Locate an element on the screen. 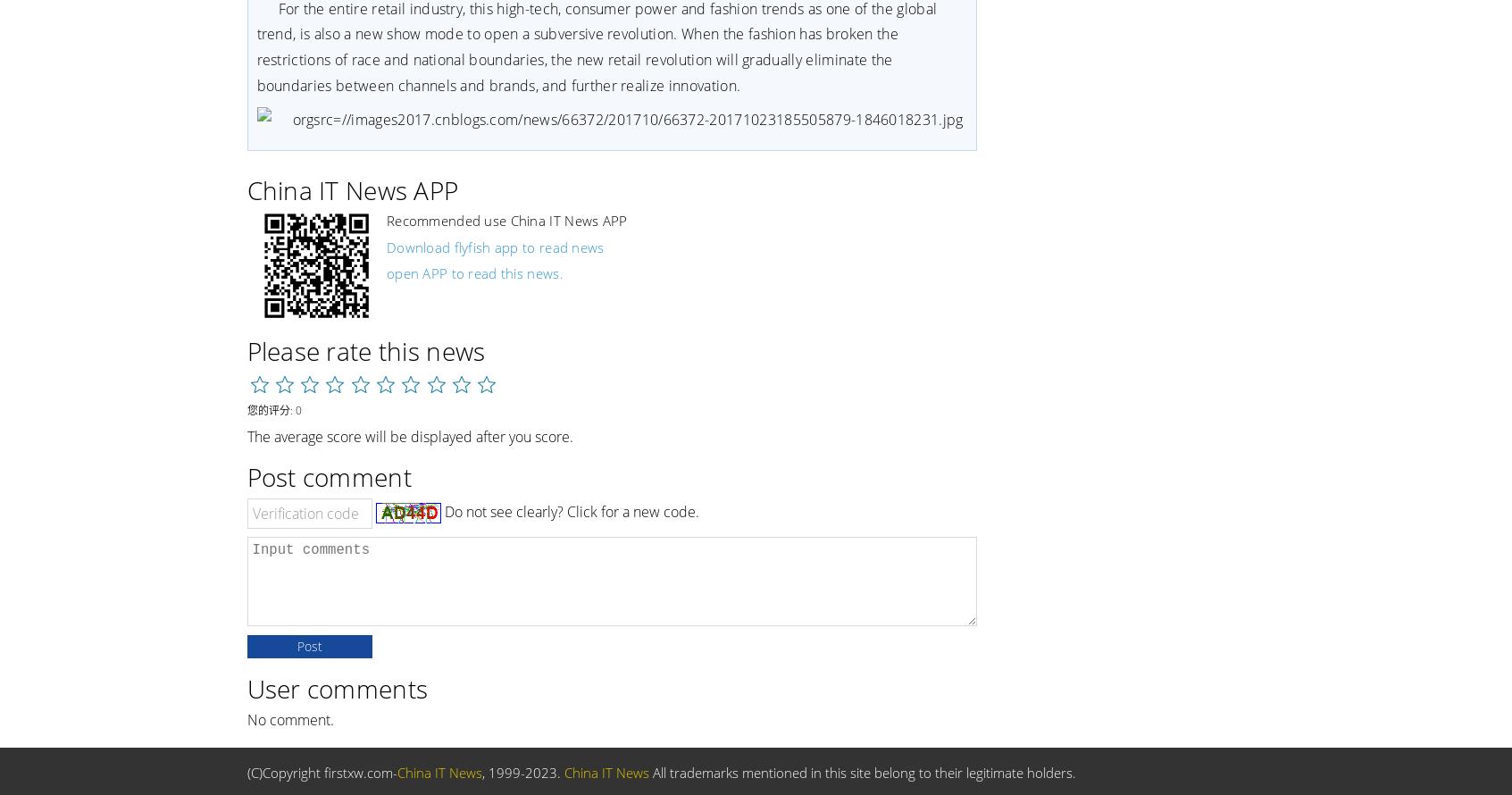 Image resolution: width=1512 pixels, height=795 pixels. '您的评分: 0' is located at coordinates (272, 409).